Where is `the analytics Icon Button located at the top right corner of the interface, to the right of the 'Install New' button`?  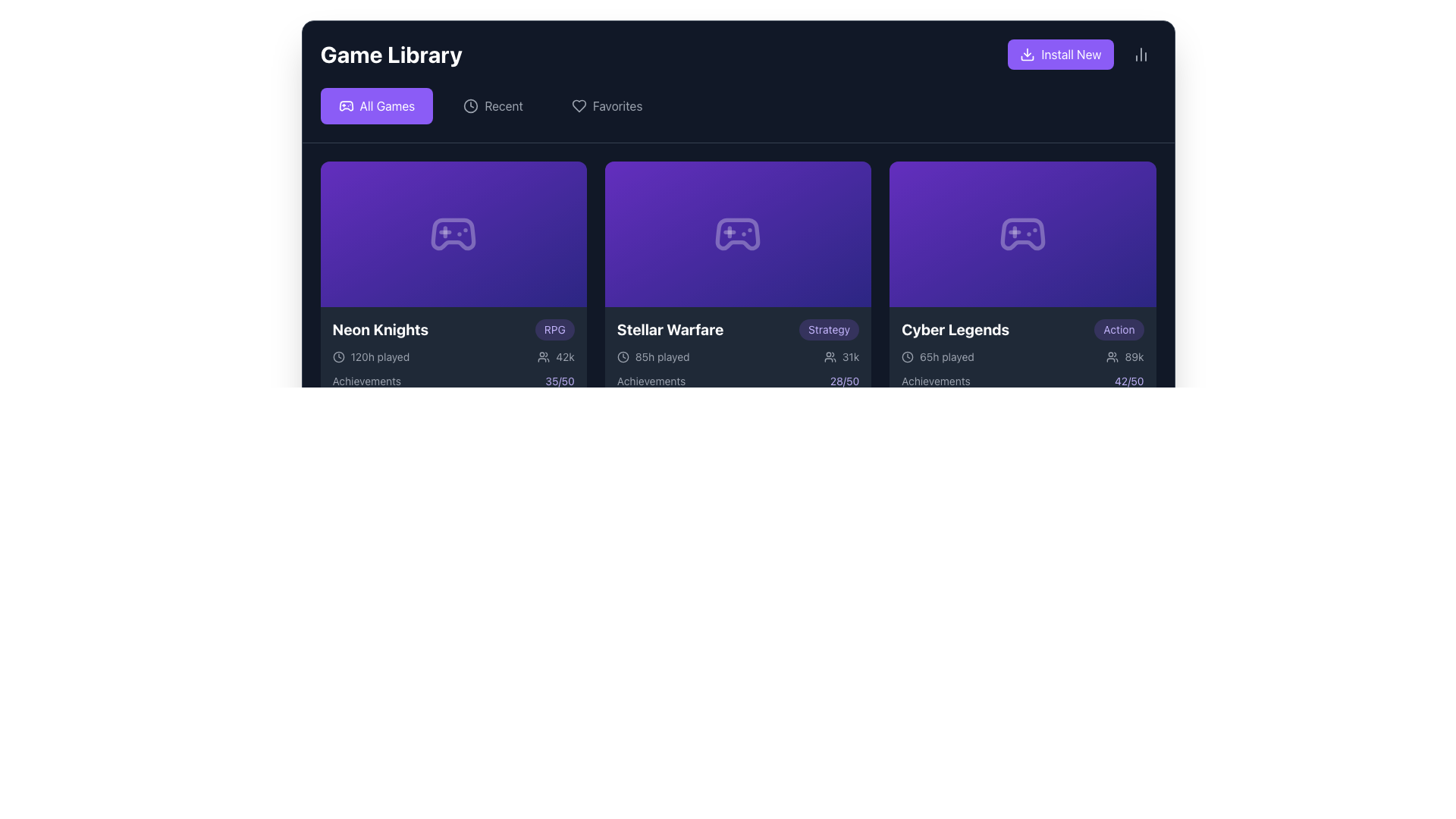
the analytics Icon Button located at the top right corner of the interface, to the right of the 'Install New' button is located at coordinates (1141, 54).